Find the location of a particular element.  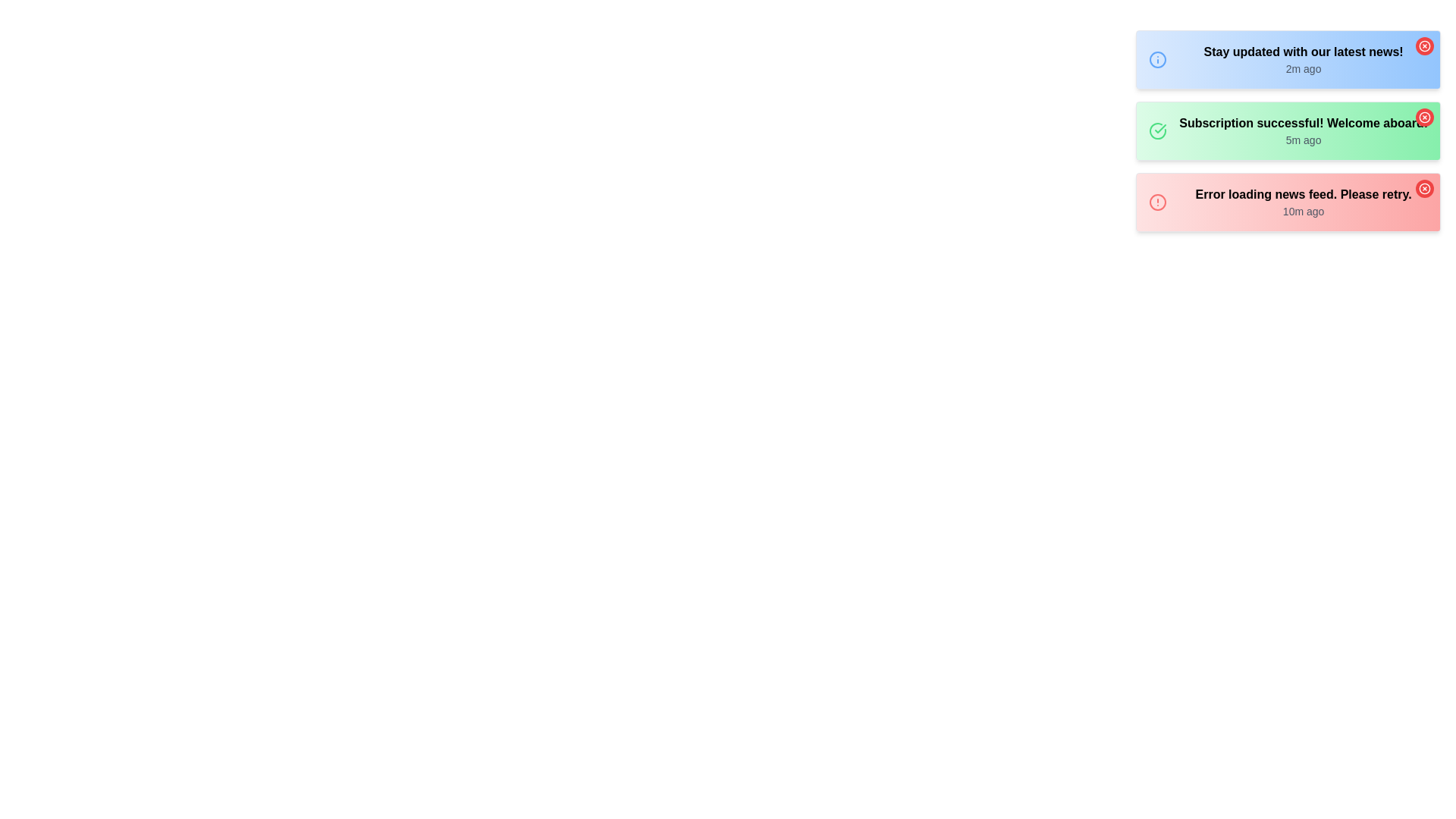

the static text label displaying '5m ago', which is styled in light gray and positioned beneath the main message 'Subscription successful! Welcome aboard!' is located at coordinates (1303, 140).